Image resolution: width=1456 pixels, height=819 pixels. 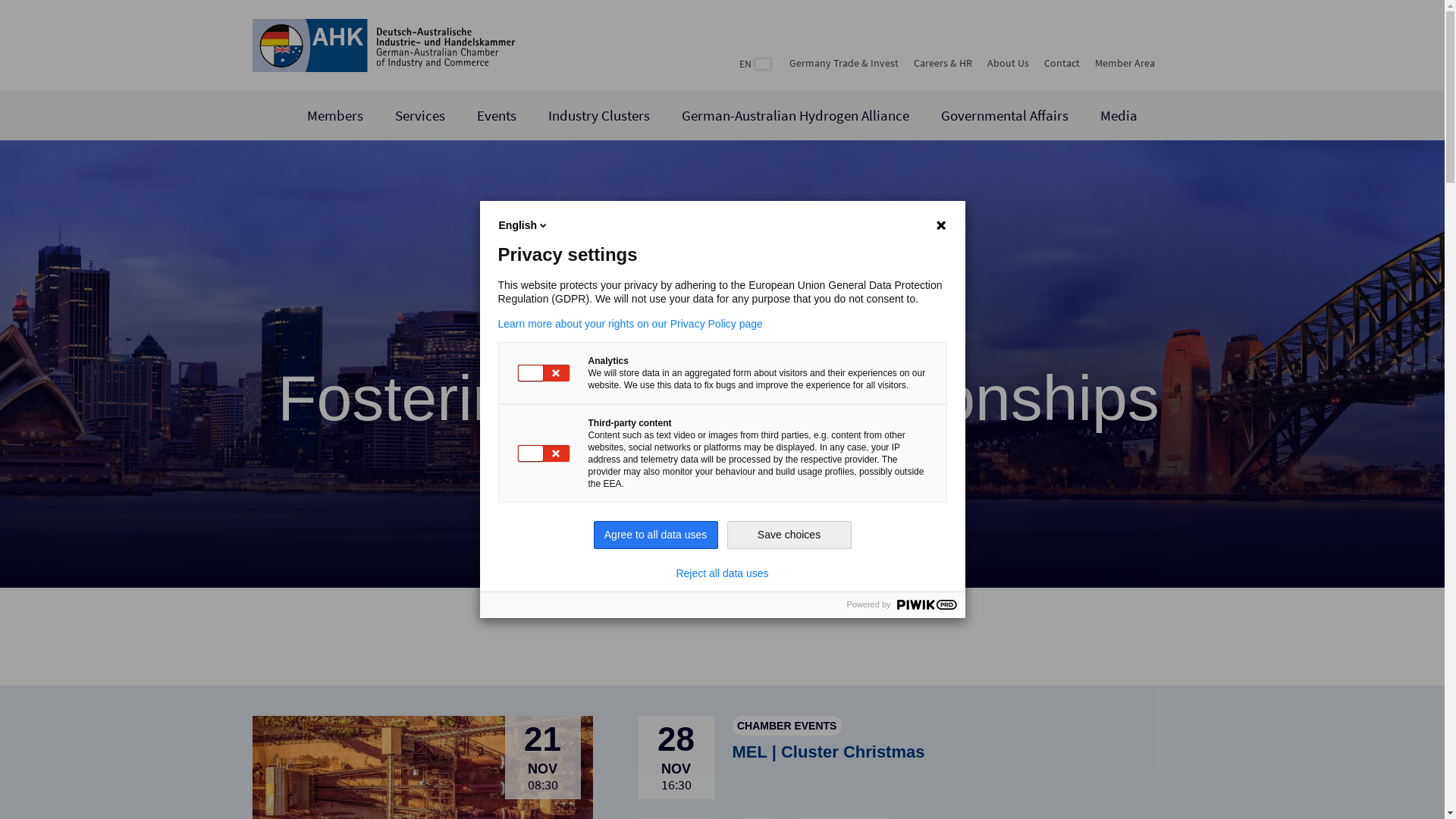 What do you see at coordinates (912, 62) in the screenshot?
I see `'Careers & HR'` at bounding box center [912, 62].